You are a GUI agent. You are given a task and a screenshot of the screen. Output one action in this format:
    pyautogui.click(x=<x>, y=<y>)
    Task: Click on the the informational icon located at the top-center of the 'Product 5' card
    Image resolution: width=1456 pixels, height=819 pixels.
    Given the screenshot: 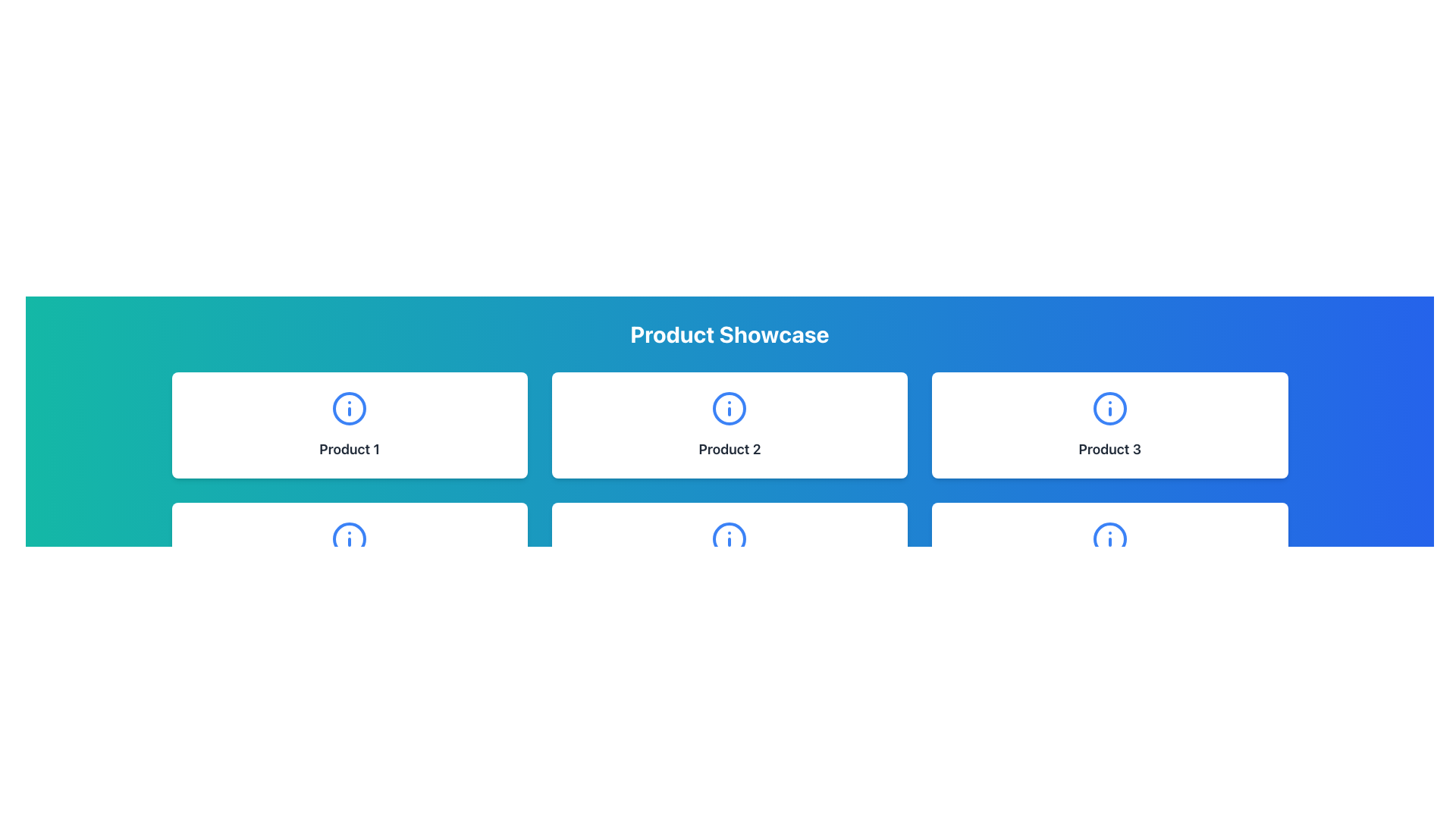 What is the action you would take?
    pyautogui.click(x=730, y=538)
    